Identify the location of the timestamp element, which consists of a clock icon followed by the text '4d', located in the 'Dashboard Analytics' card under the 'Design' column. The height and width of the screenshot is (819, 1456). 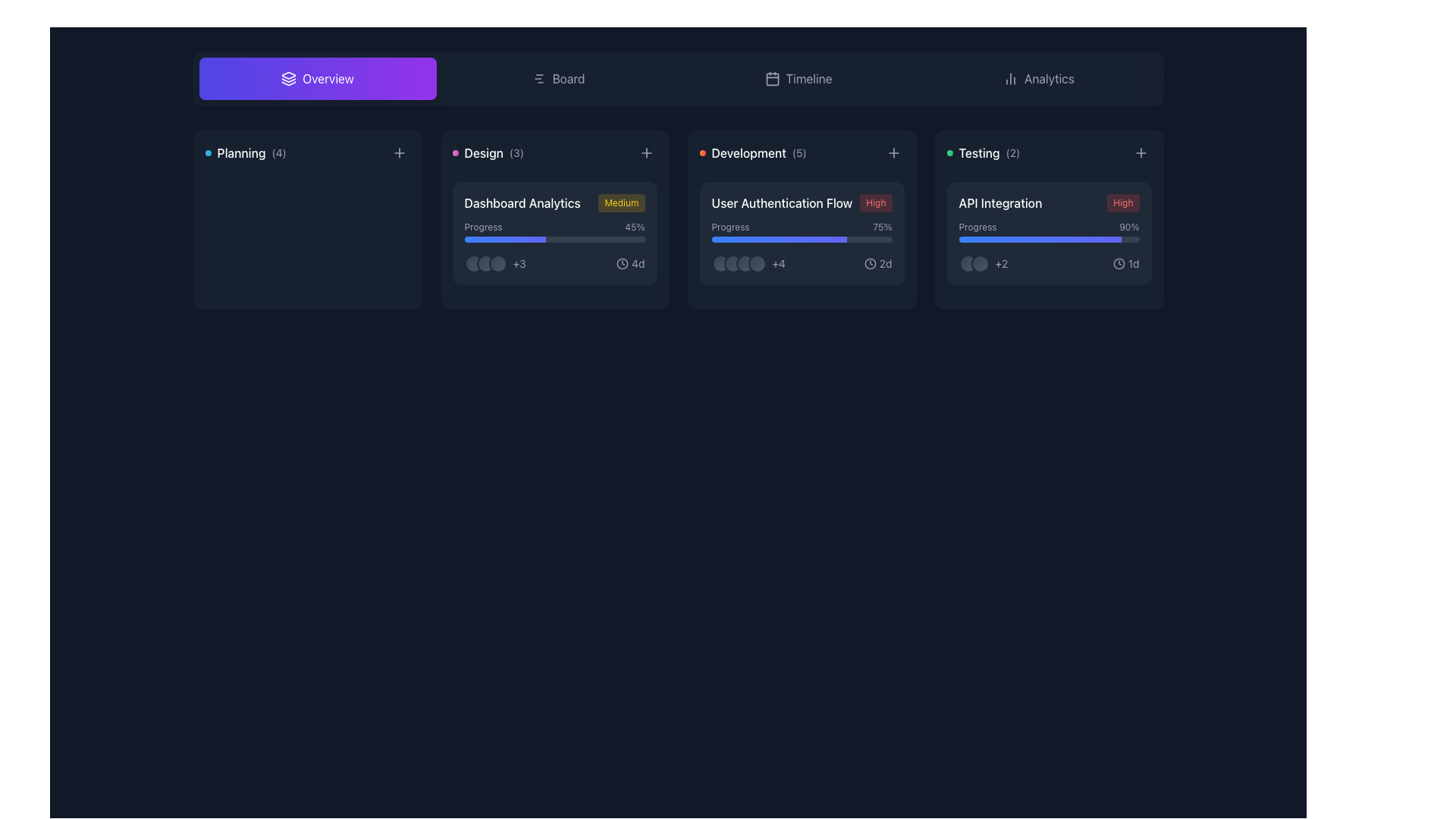
(630, 262).